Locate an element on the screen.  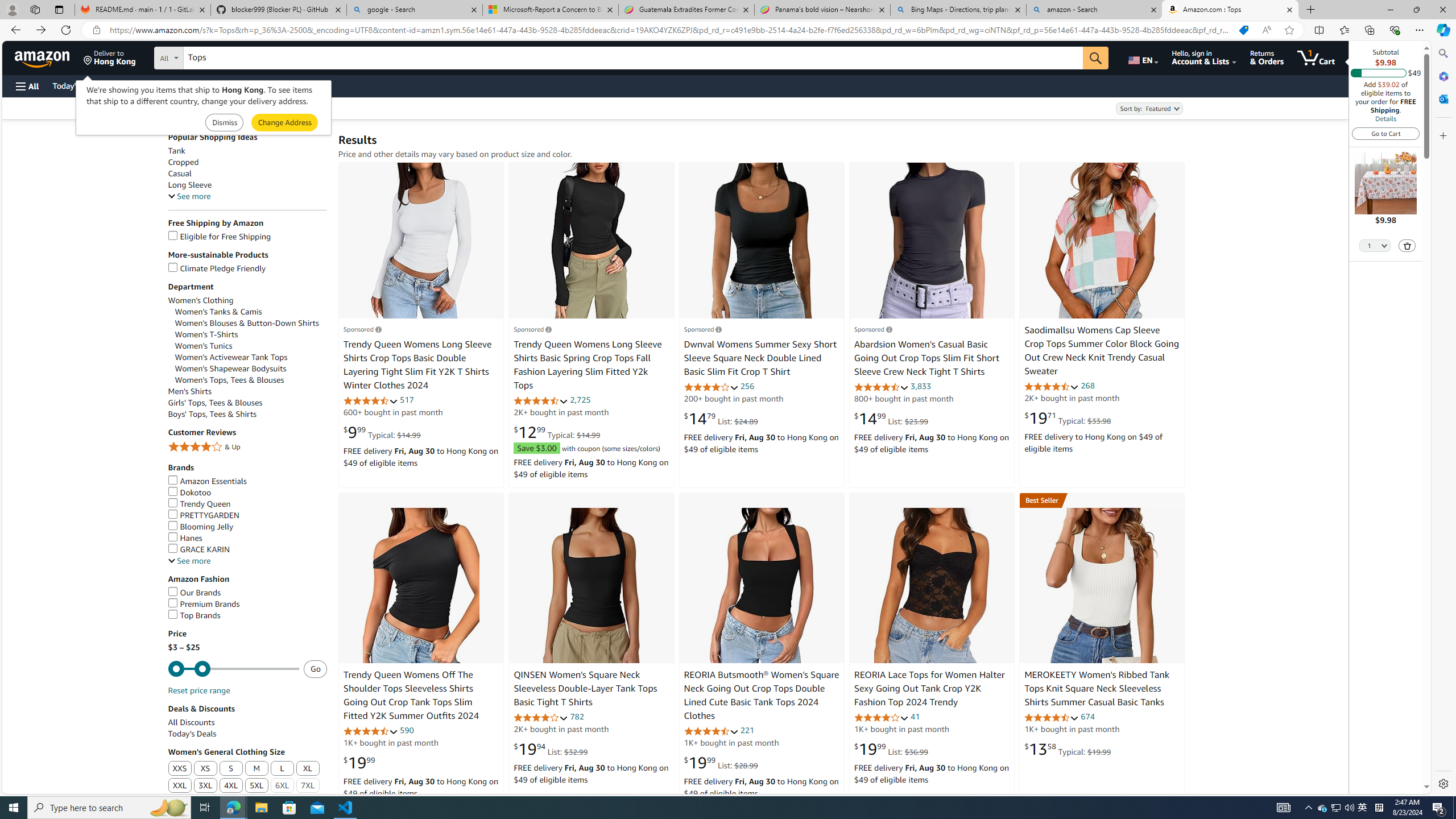
'Women' is located at coordinates (250, 357).